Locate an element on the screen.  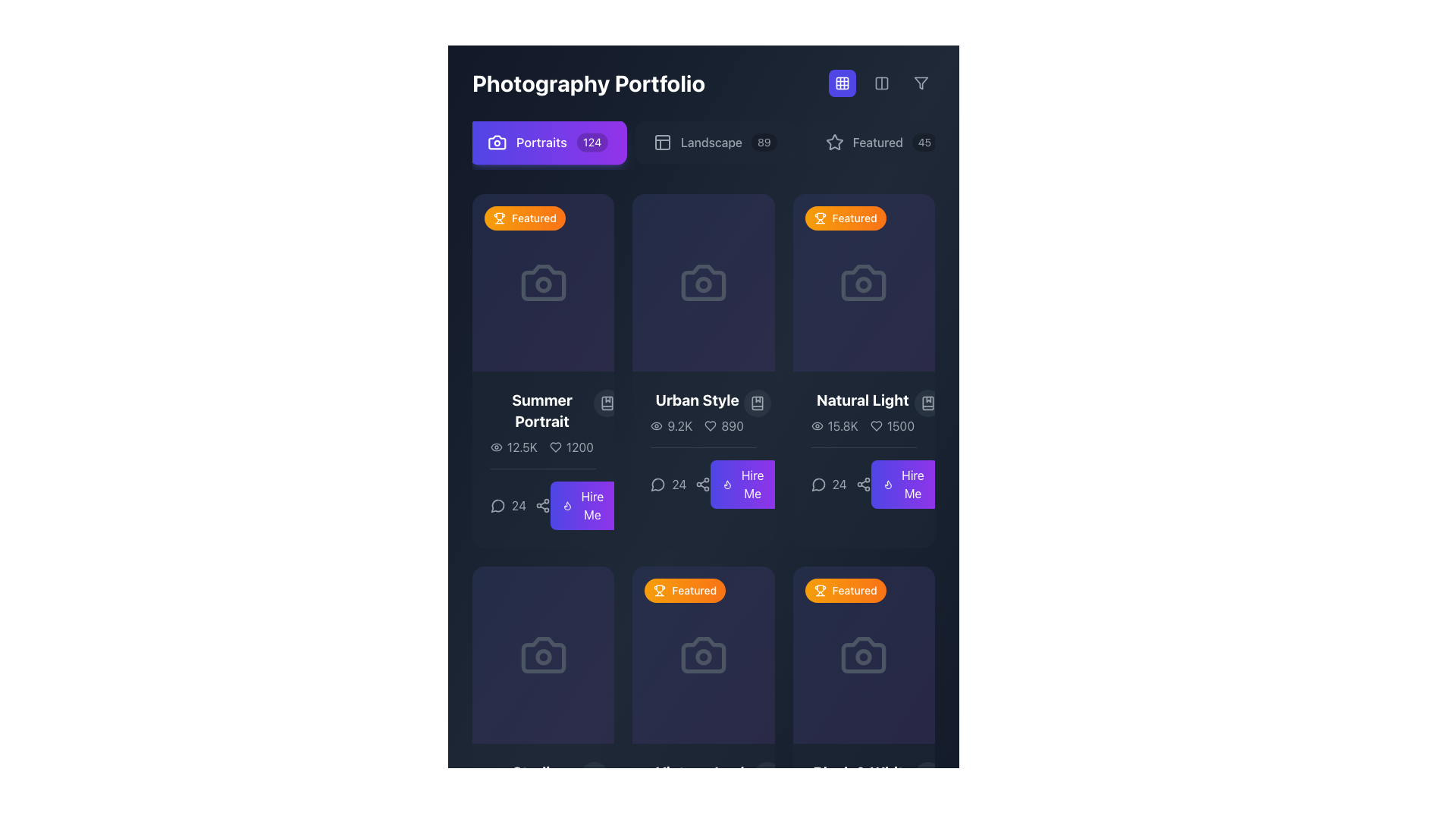
the share icon button located in the second row of the 'Urban Style' card is located at coordinates (701, 485).